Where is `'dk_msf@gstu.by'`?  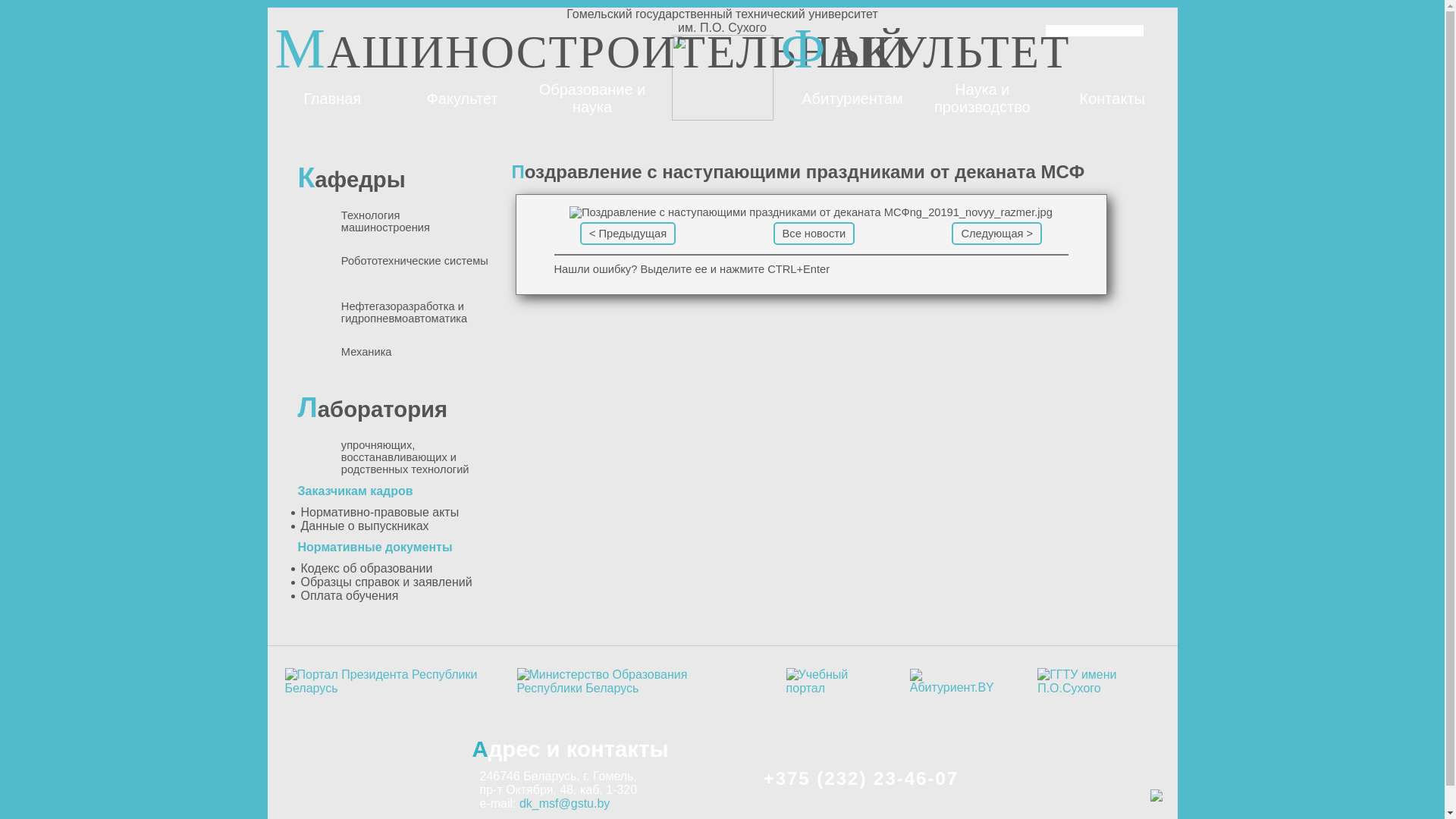
'dk_msf@gstu.by' is located at coordinates (563, 802).